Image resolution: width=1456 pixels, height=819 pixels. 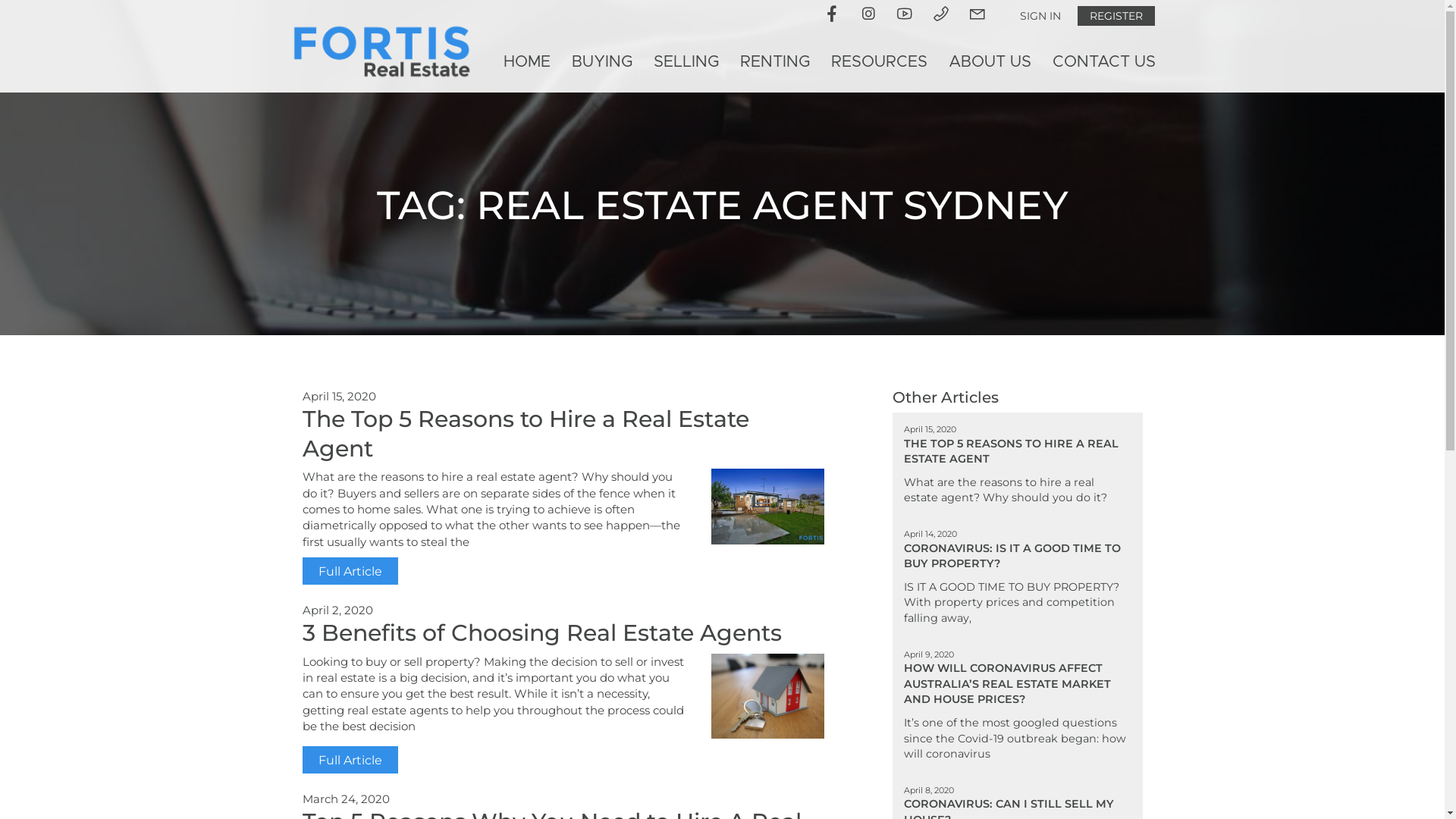 What do you see at coordinates (302, 609) in the screenshot?
I see `'April 2, 2020'` at bounding box center [302, 609].